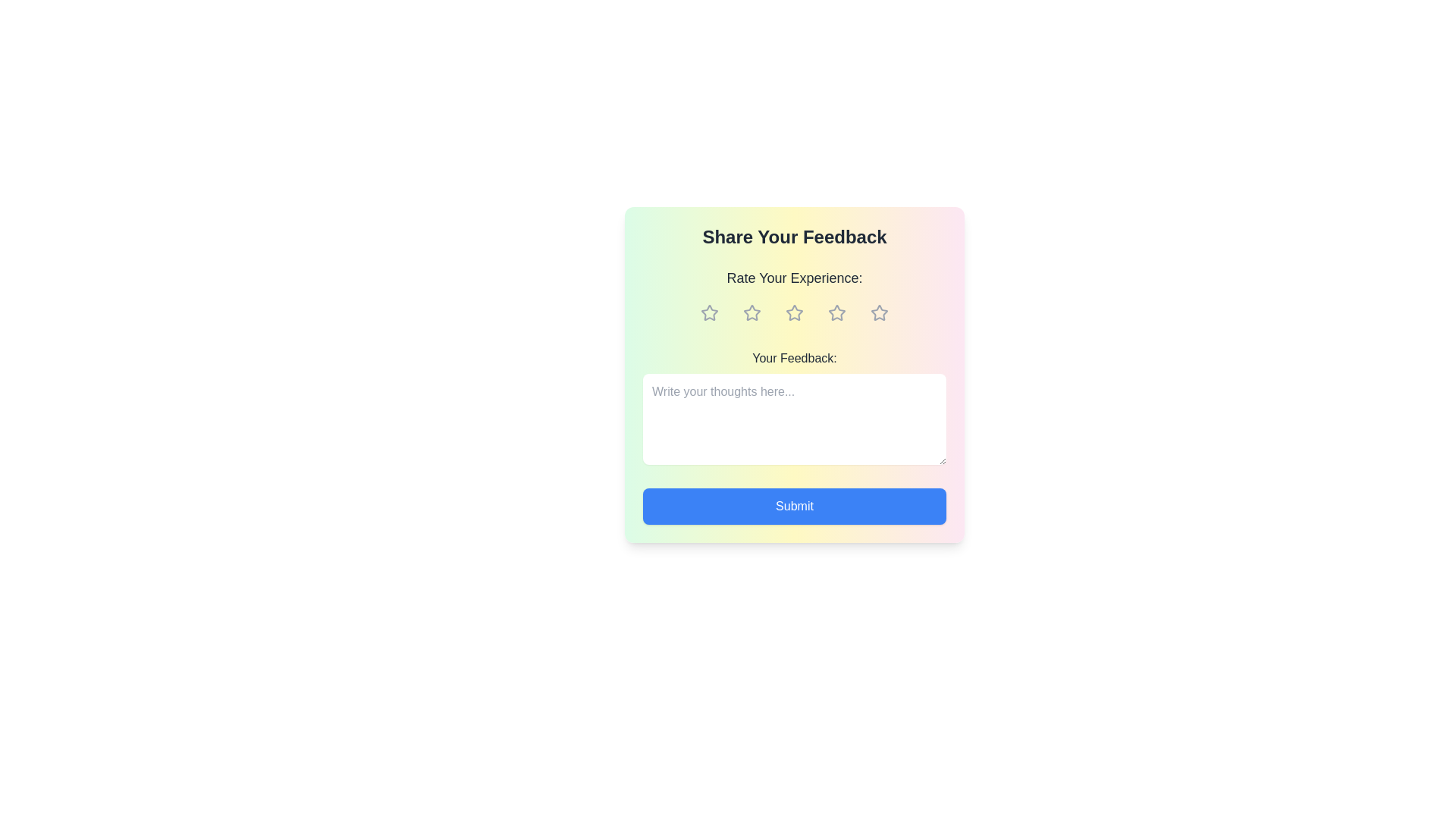  Describe the element at coordinates (793, 237) in the screenshot. I see `the text label or heading at the top of the feedback form, which indicates the purpose of the form` at that location.